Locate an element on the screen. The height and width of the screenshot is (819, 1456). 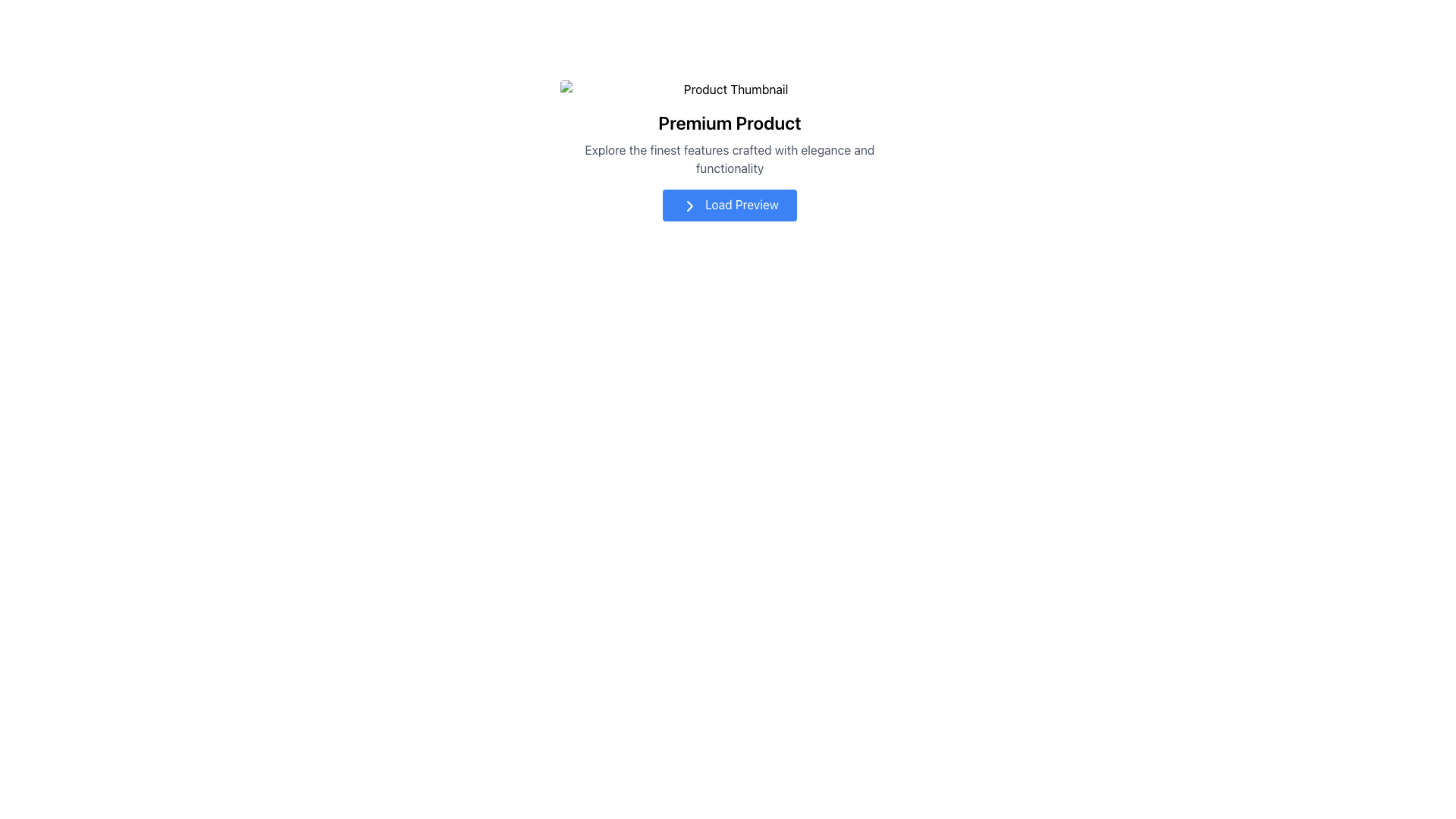
descriptive information of the Text Block titled 'Premium Product', which includes the text 'Explore the finest features crafted with elegance and functionality' is located at coordinates (730, 127).